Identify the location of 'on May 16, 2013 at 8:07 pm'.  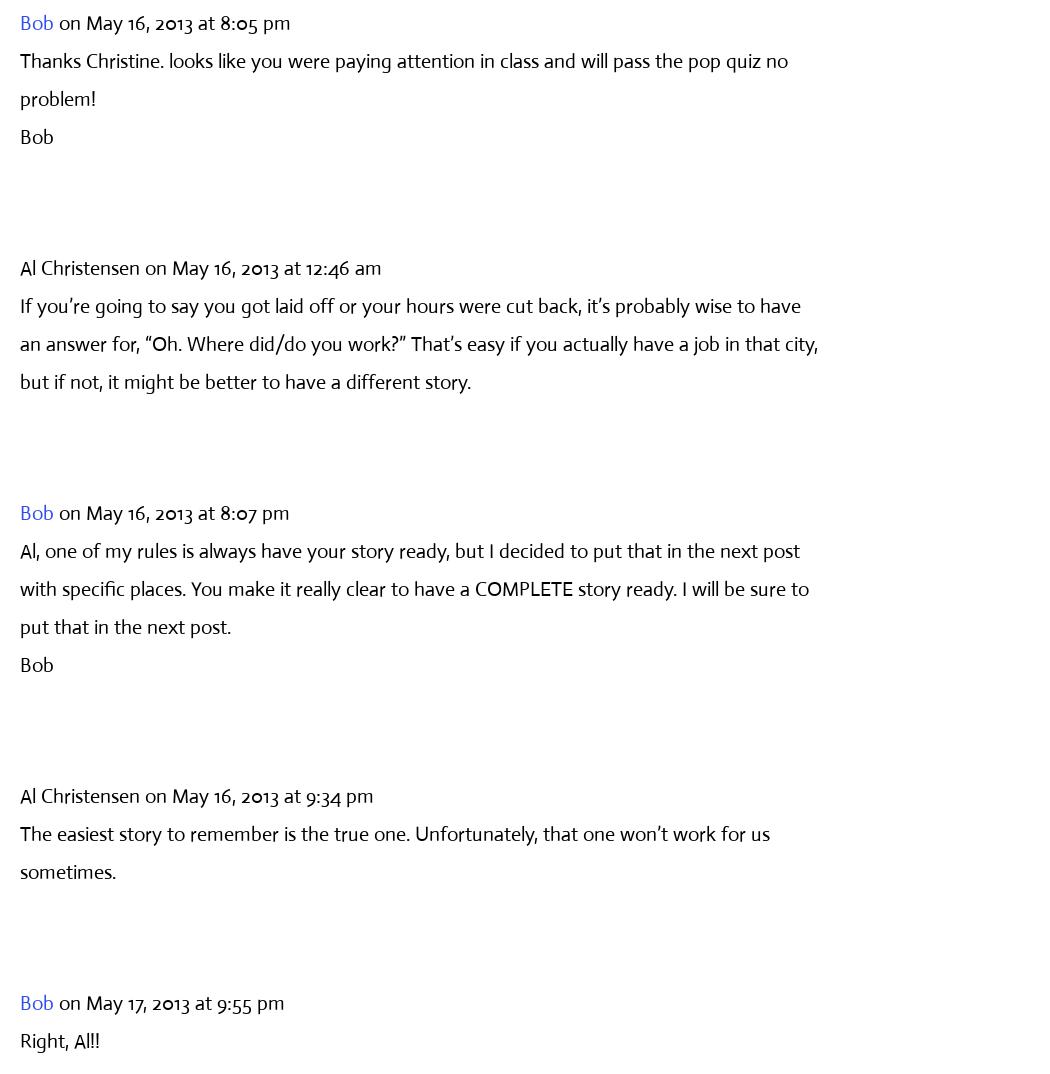
(174, 512).